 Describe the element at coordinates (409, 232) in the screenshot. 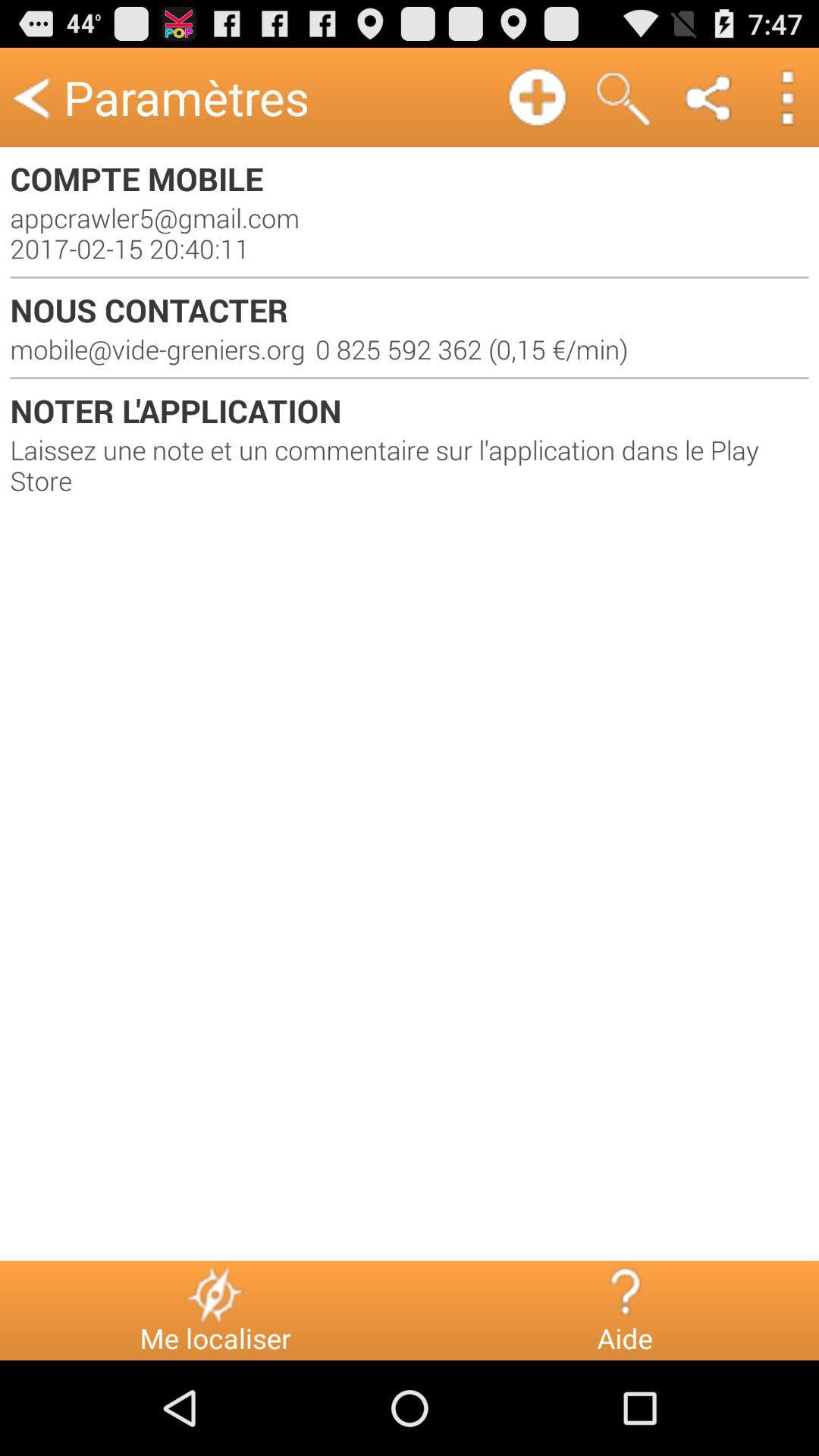

I see `icon below compte mobile` at that location.